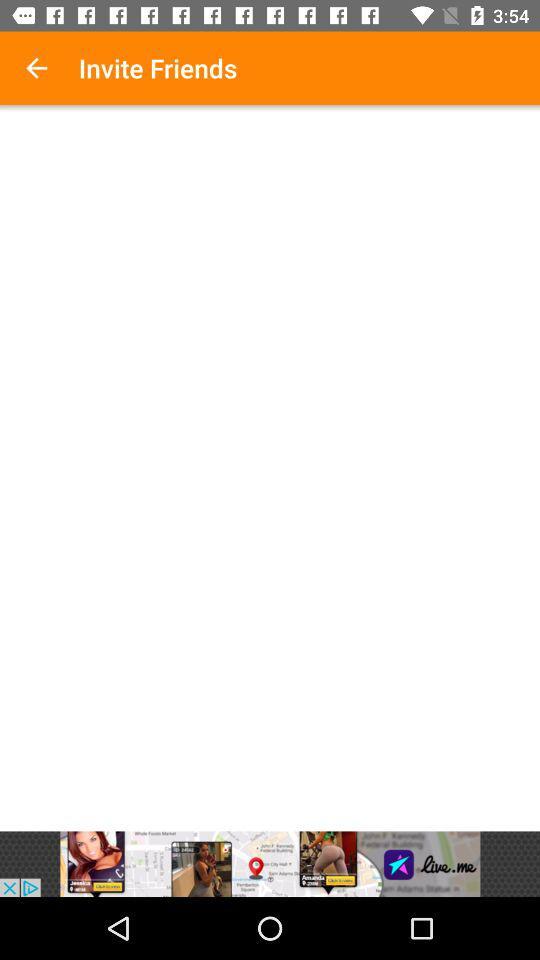  I want to click on advertisement option, so click(270, 863).